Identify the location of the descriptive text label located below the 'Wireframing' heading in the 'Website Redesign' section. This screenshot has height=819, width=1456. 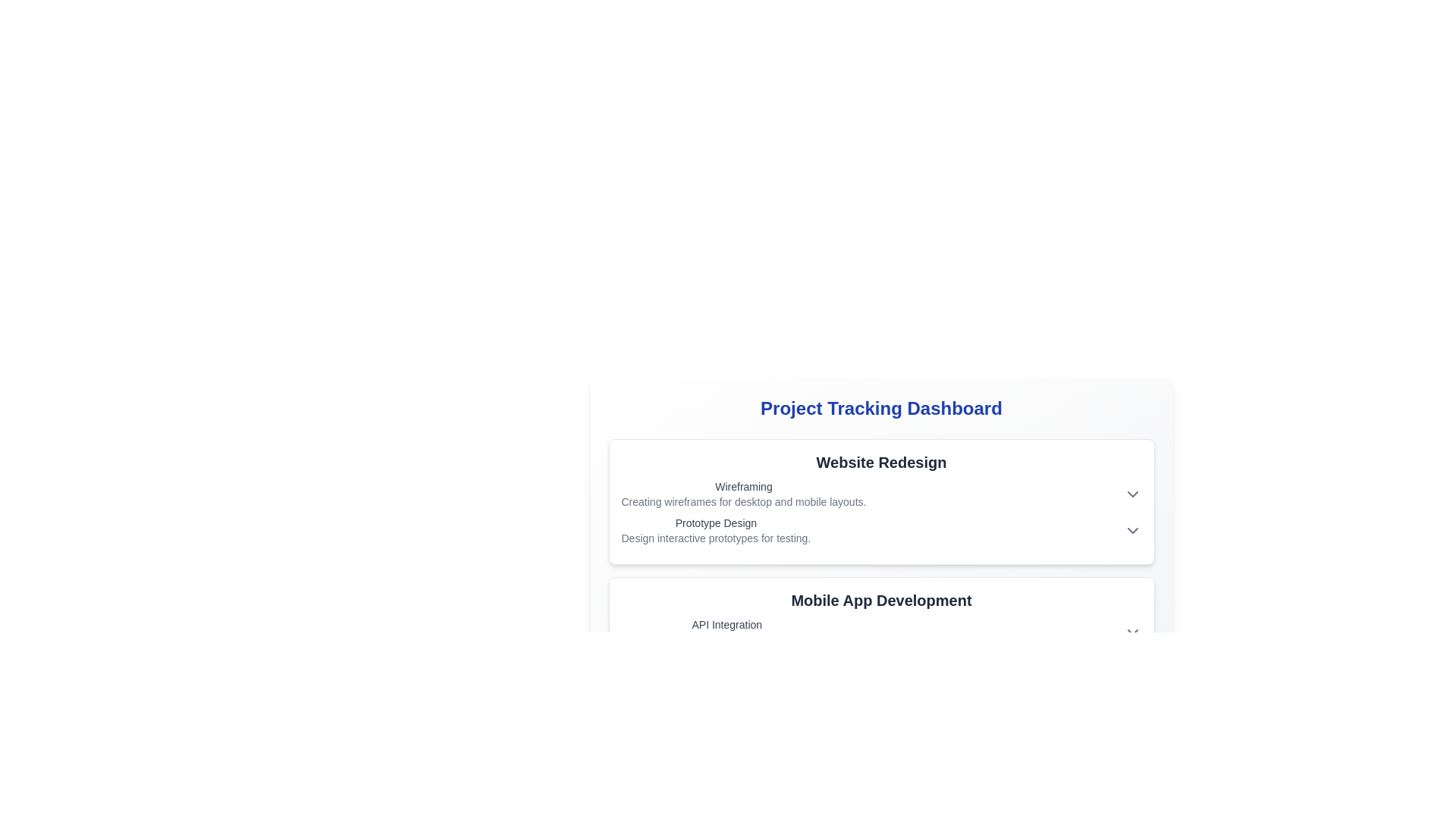
(743, 502).